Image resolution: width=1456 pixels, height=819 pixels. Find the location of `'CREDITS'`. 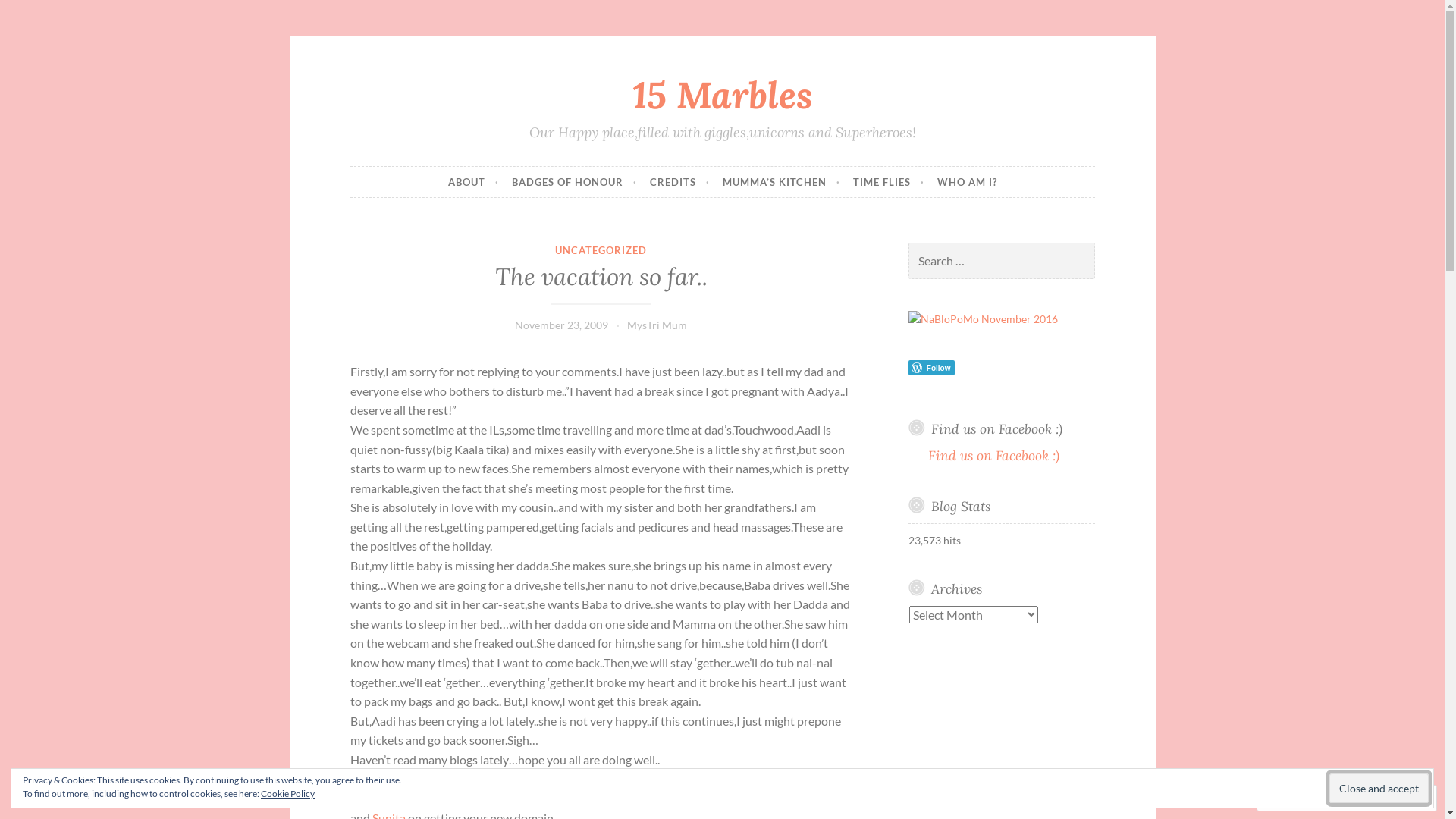

'CREDITS' is located at coordinates (648, 180).